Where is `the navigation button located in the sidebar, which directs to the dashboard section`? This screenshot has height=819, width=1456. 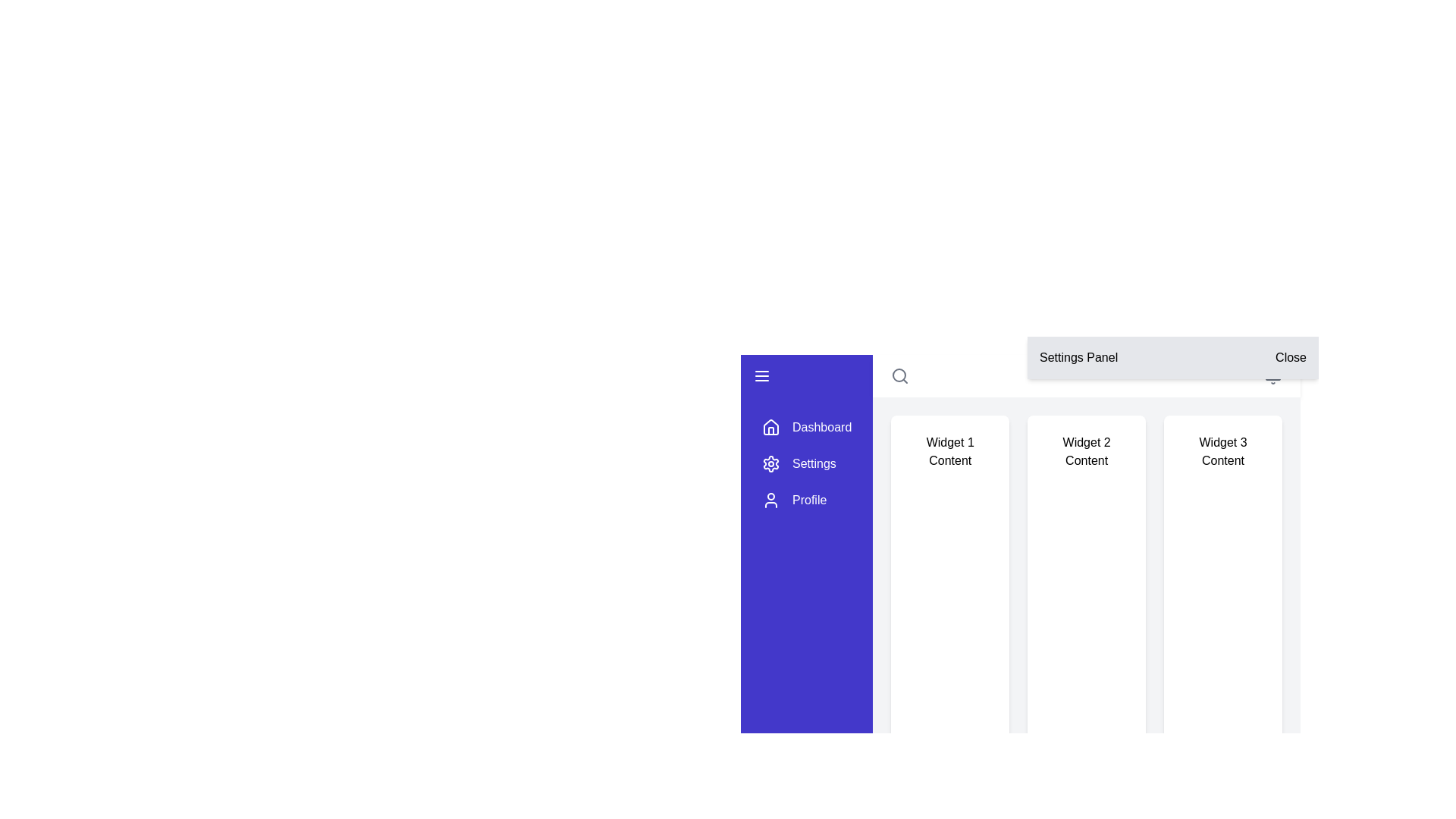
the navigation button located in the sidebar, which directs to the dashboard section is located at coordinates (806, 427).